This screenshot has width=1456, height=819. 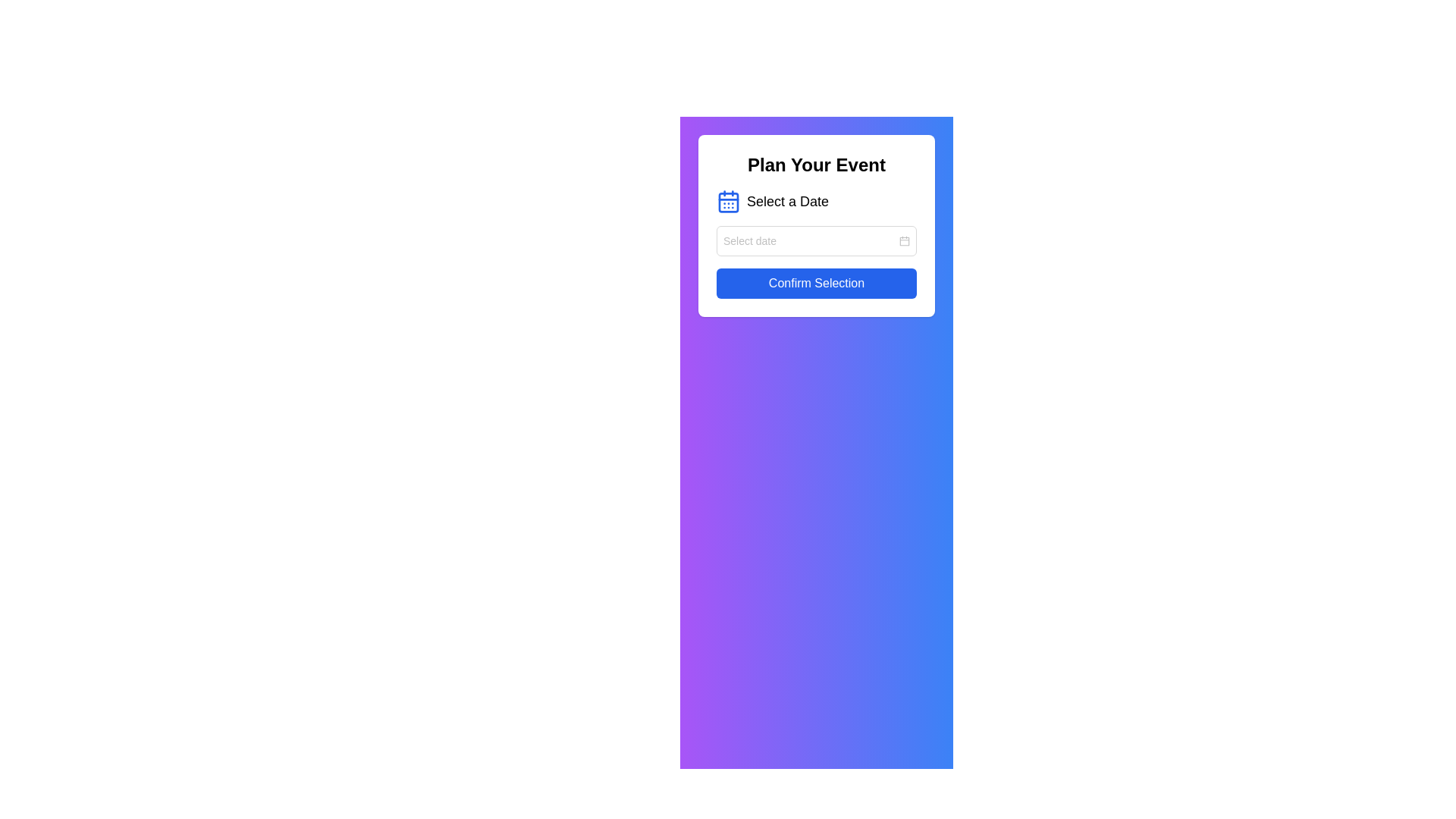 I want to click on the label that indicates the date selection section, positioned below the title 'Plan Your Event' and above the date input field, so click(x=815, y=201).